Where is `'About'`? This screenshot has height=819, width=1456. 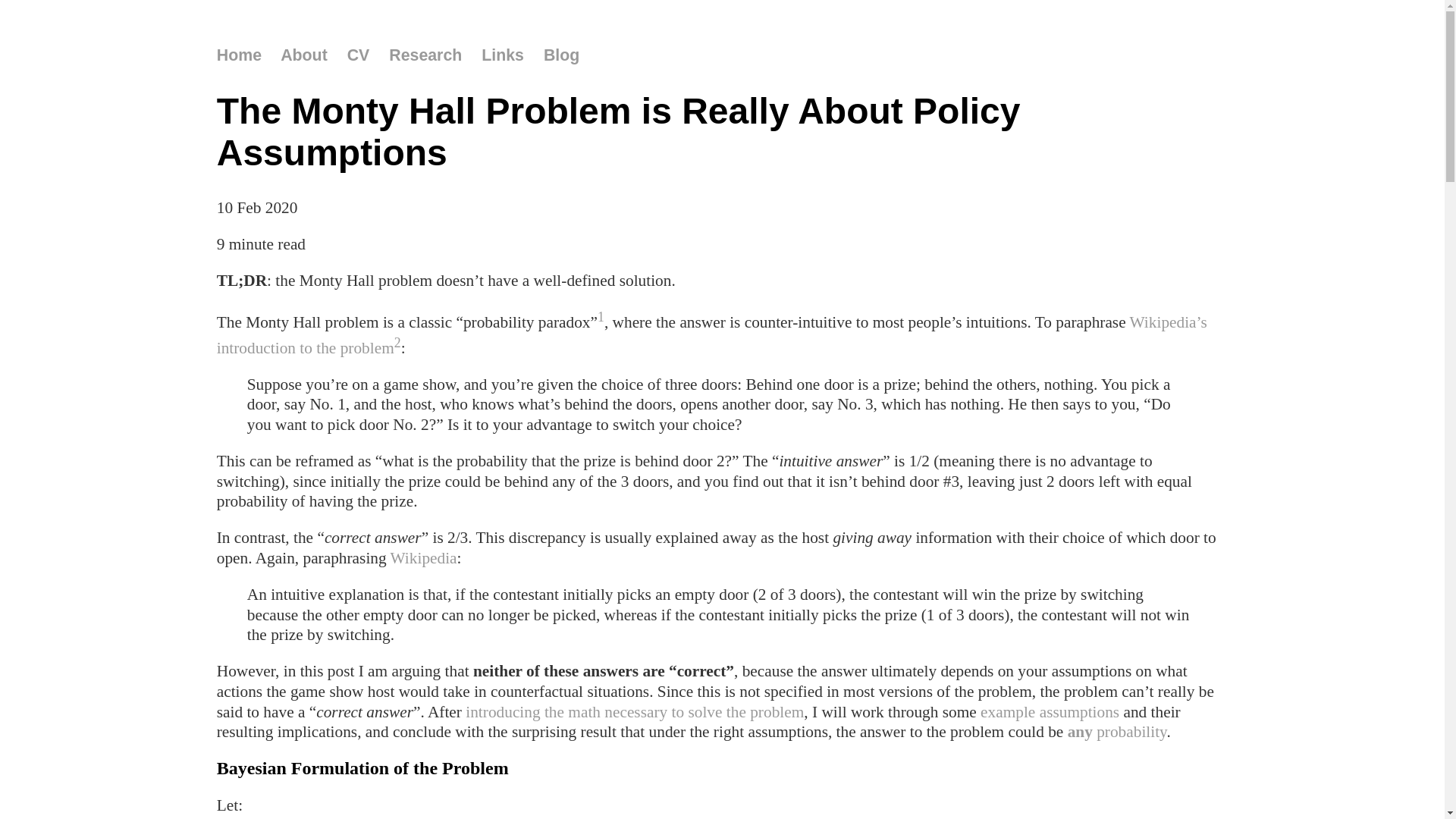
'About' is located at coordinates (303, 55).